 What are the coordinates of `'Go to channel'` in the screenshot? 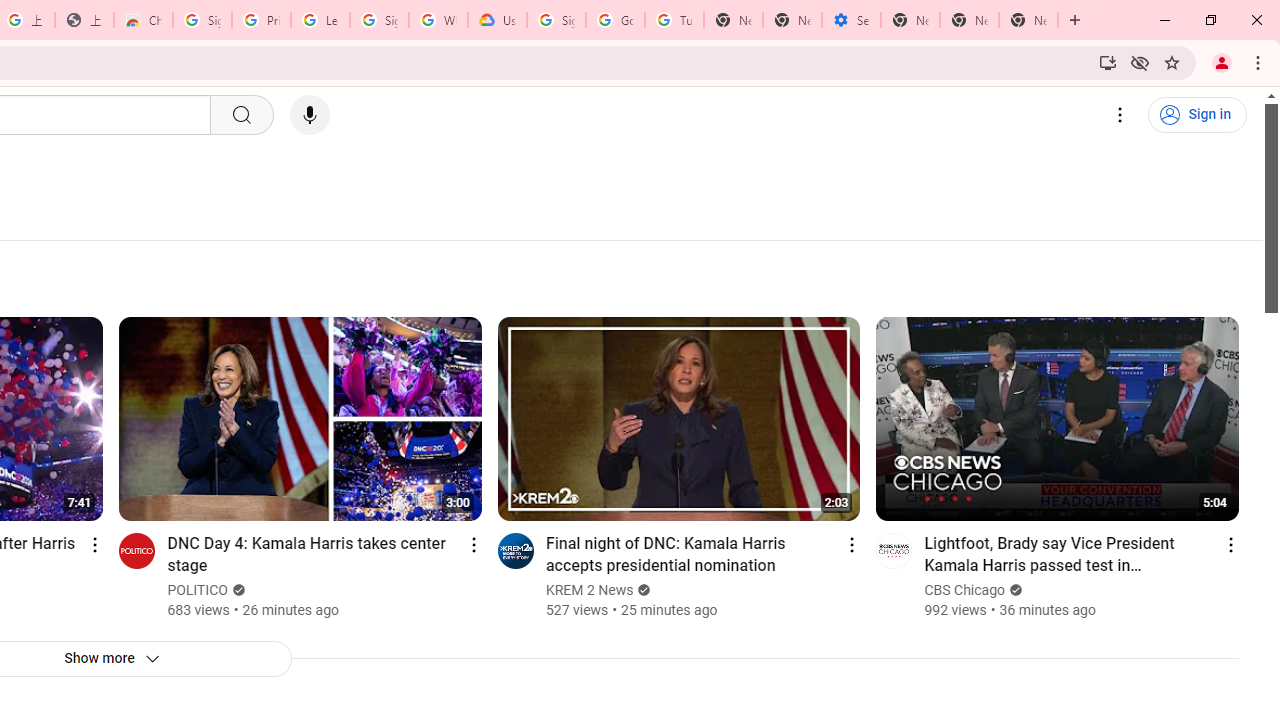 It's located at (893, 550).